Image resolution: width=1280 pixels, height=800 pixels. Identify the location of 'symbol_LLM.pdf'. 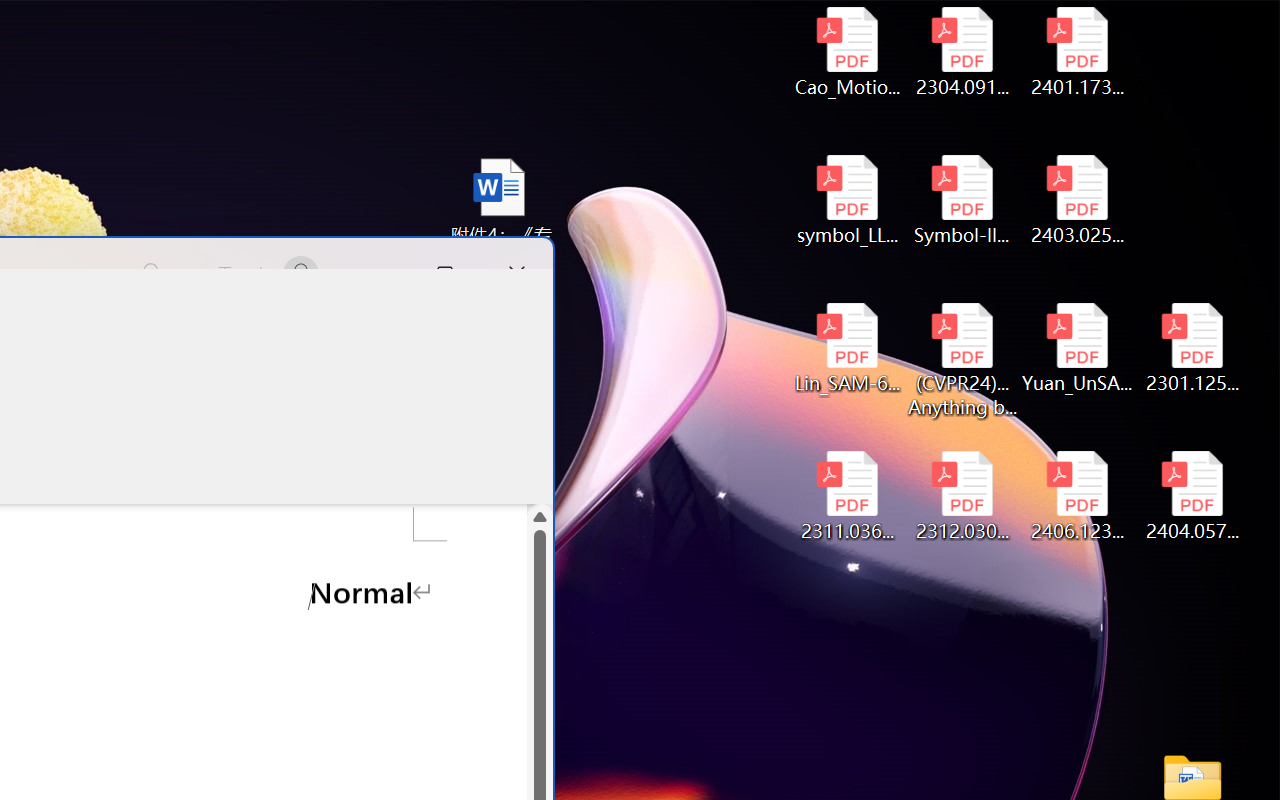
(847, 200).